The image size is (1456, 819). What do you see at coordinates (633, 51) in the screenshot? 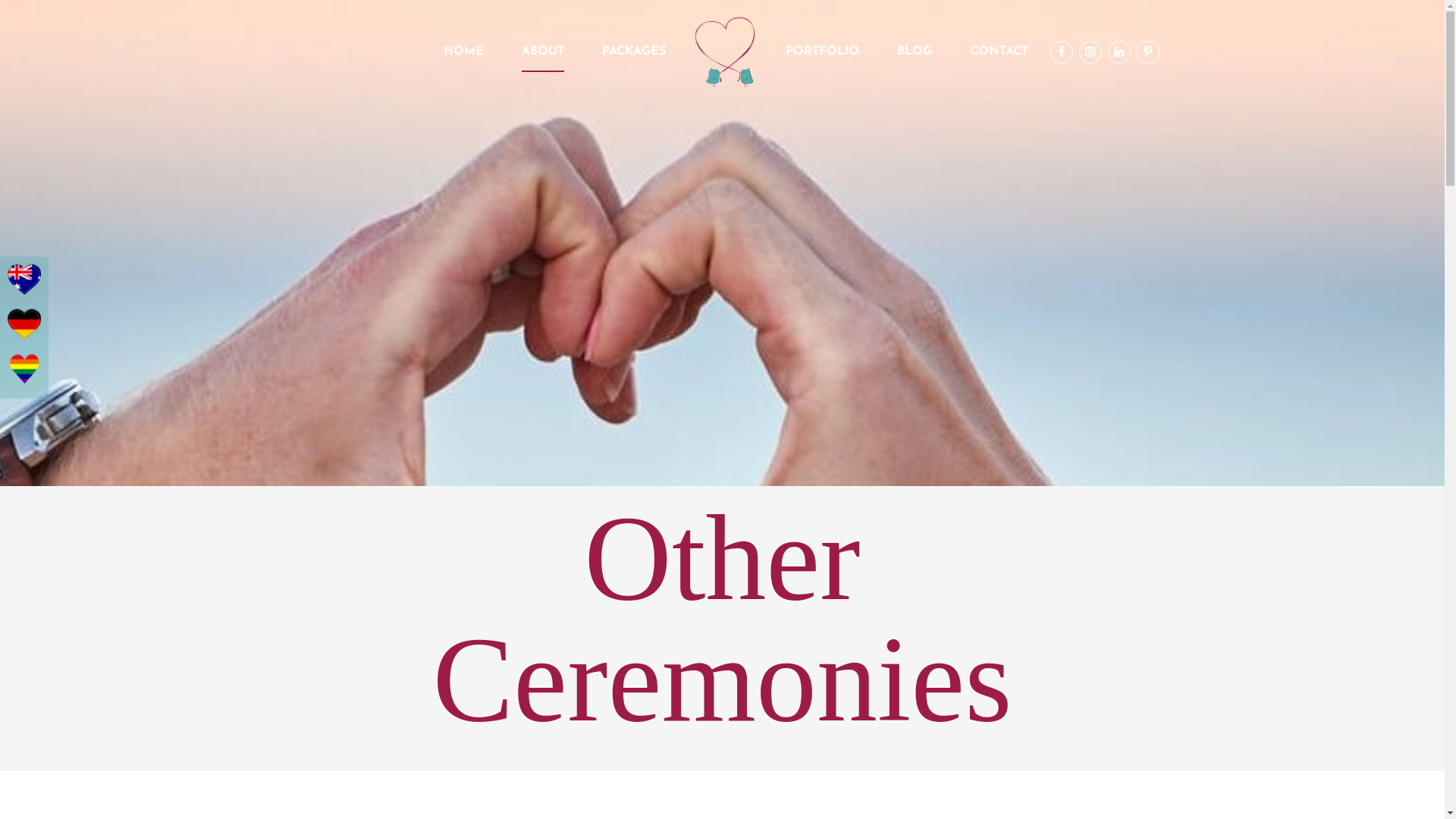
I see `'PACKAGES'` at bounding box center [633, 51].